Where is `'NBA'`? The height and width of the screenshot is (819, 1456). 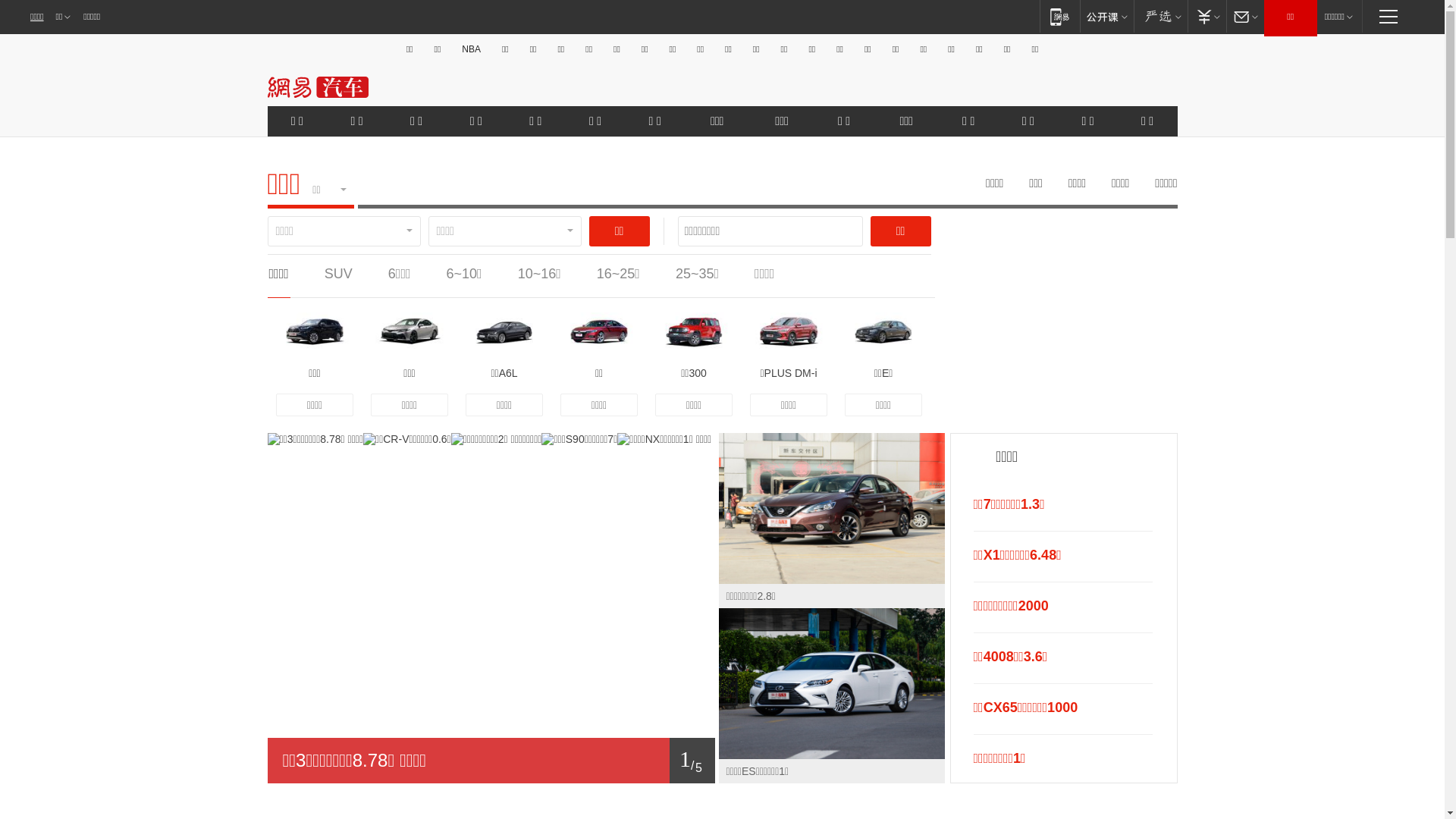
'NBA' is located at coordinates (470, 49).